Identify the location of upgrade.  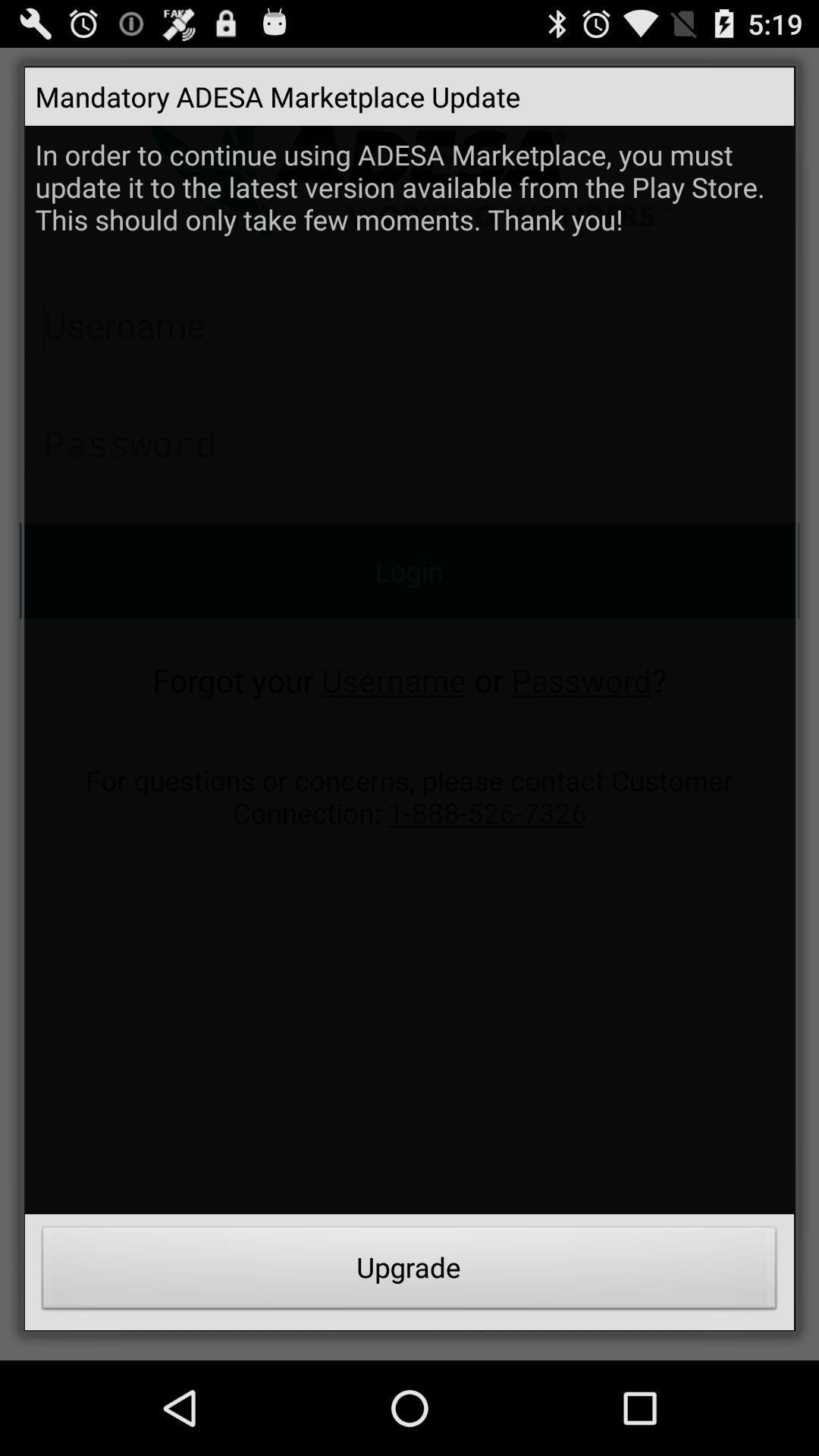
(409, 1272).